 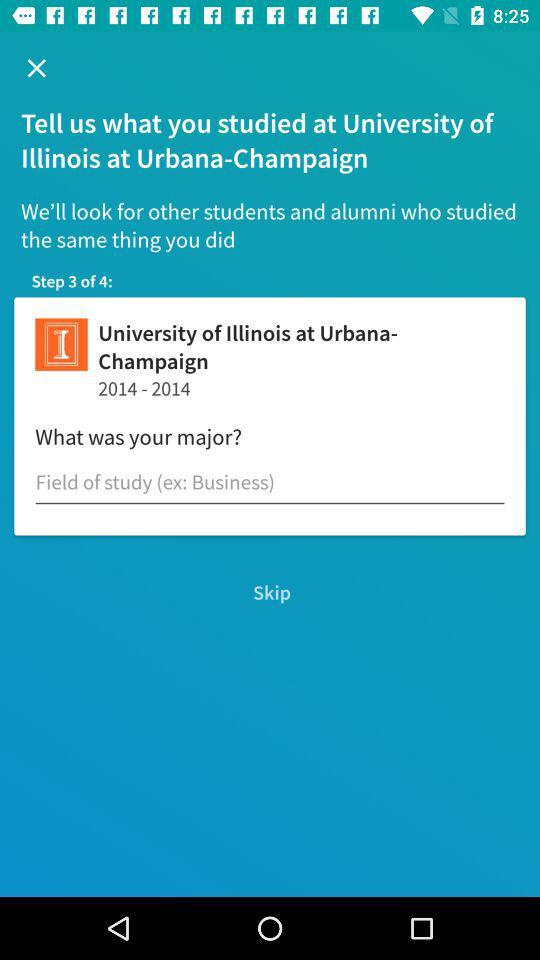 What do you see at coordinates (270, 592) in the screenshot?
I see `the skip icon` at bounding box center [270, 592].